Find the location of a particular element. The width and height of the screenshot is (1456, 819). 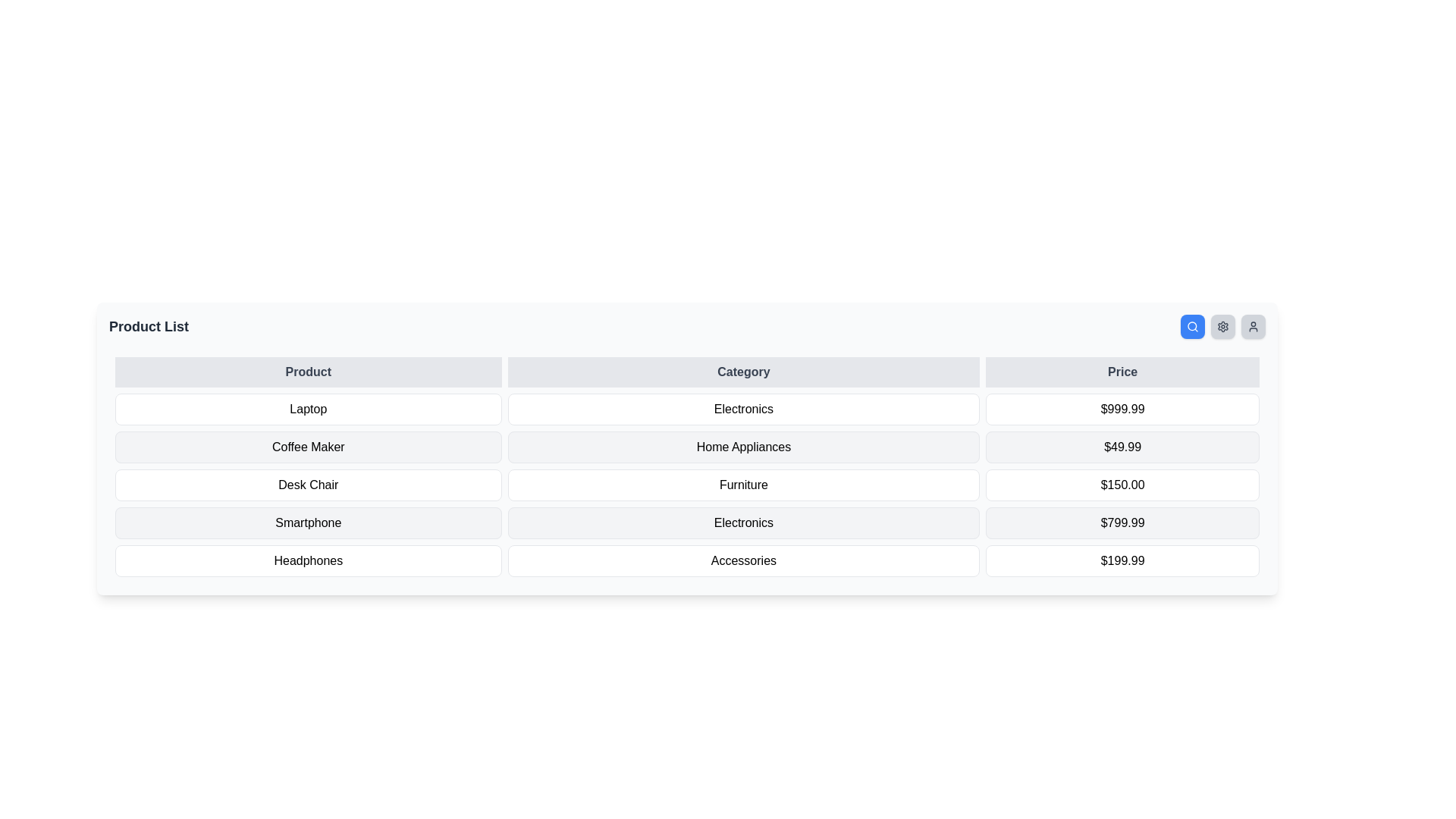

the 'Electronics' category text label, which is the second item in a three-column layout, providing information about the product in the same row is located at coordinates (743, 409).